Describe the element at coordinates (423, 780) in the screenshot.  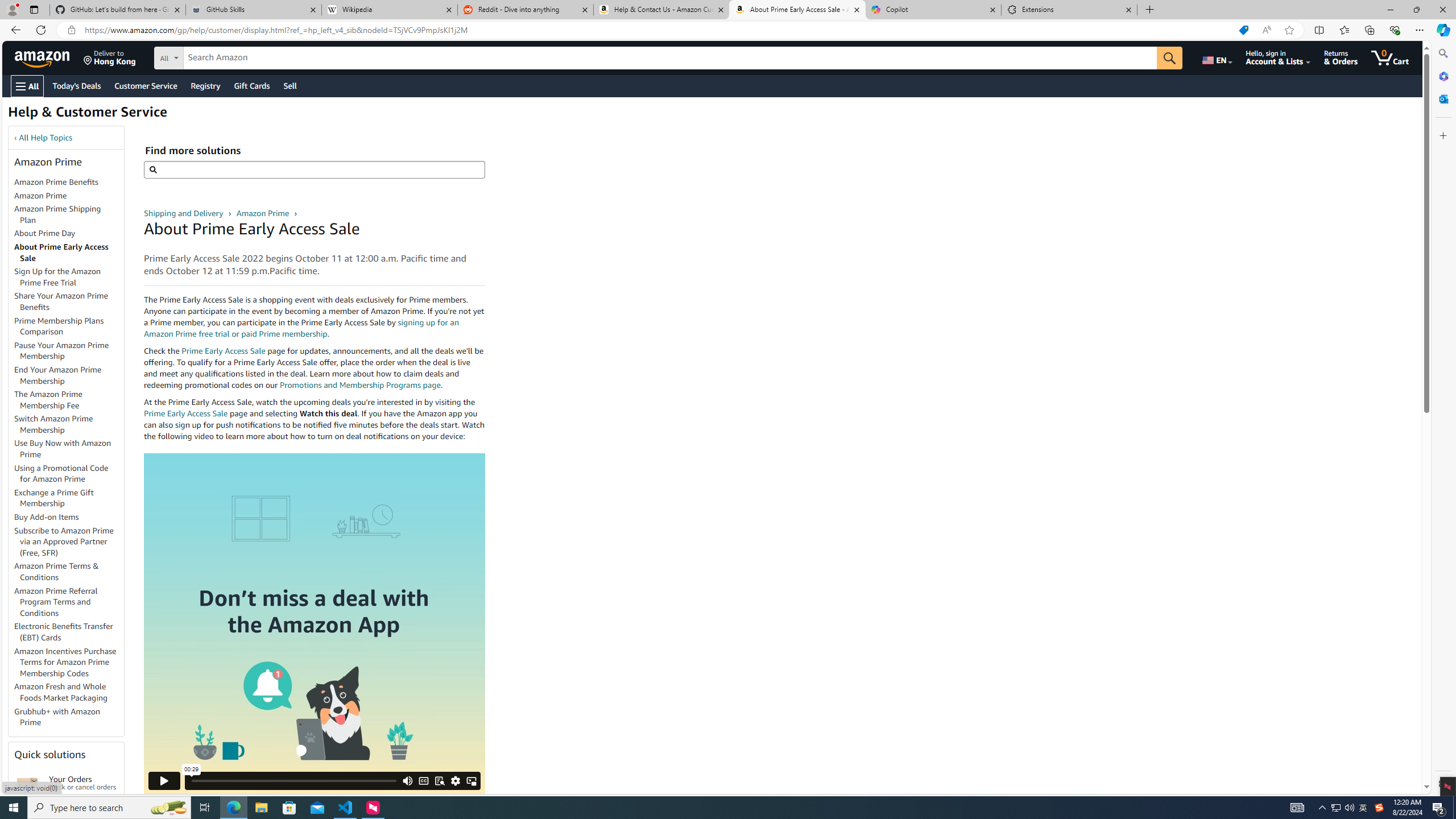
I see `'CC/Subtitles'` at that location.